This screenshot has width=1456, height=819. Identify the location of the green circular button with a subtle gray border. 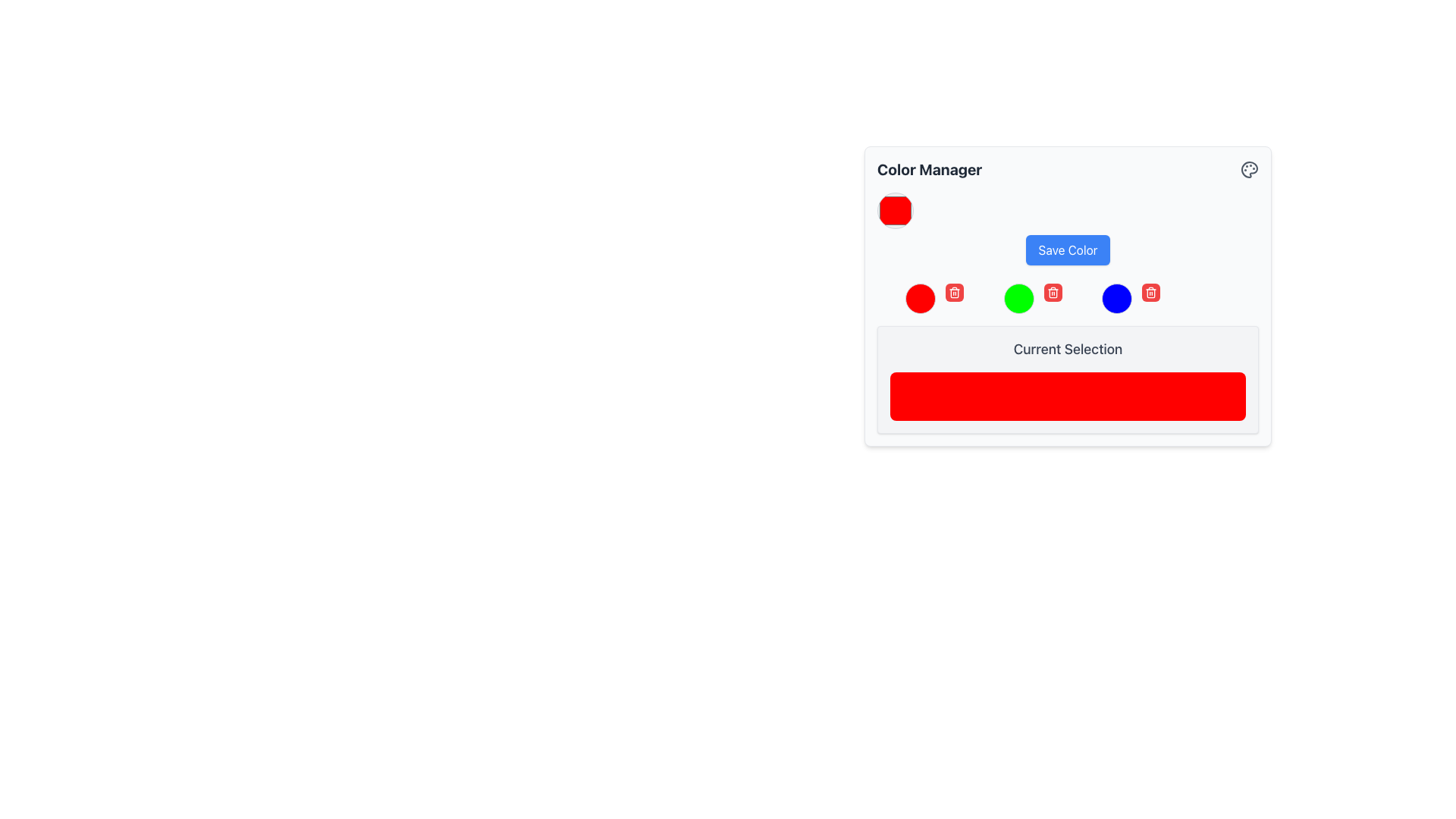
(1018, 298).